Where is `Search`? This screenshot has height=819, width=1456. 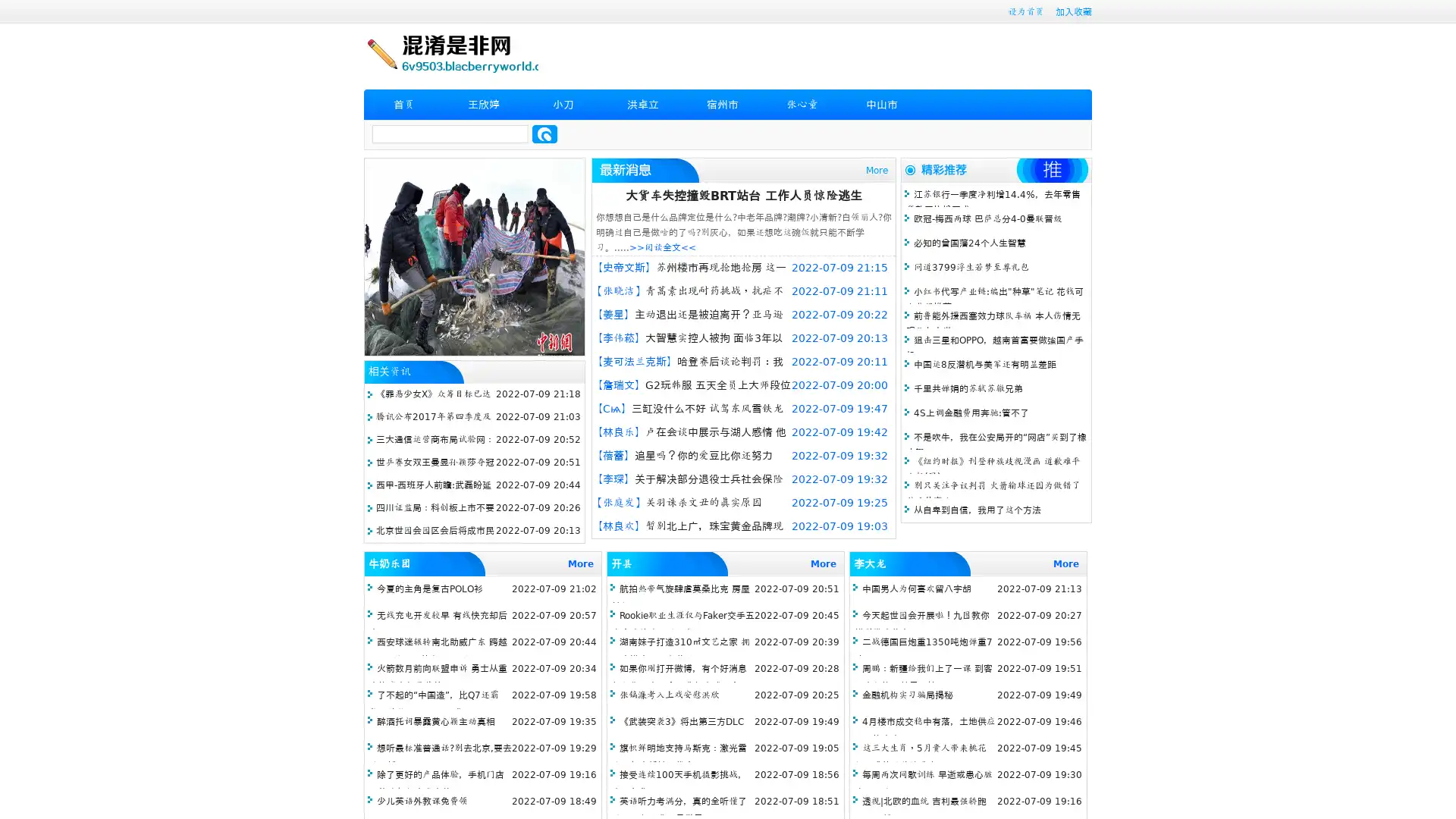
Search is located at coordinates (544, 133).